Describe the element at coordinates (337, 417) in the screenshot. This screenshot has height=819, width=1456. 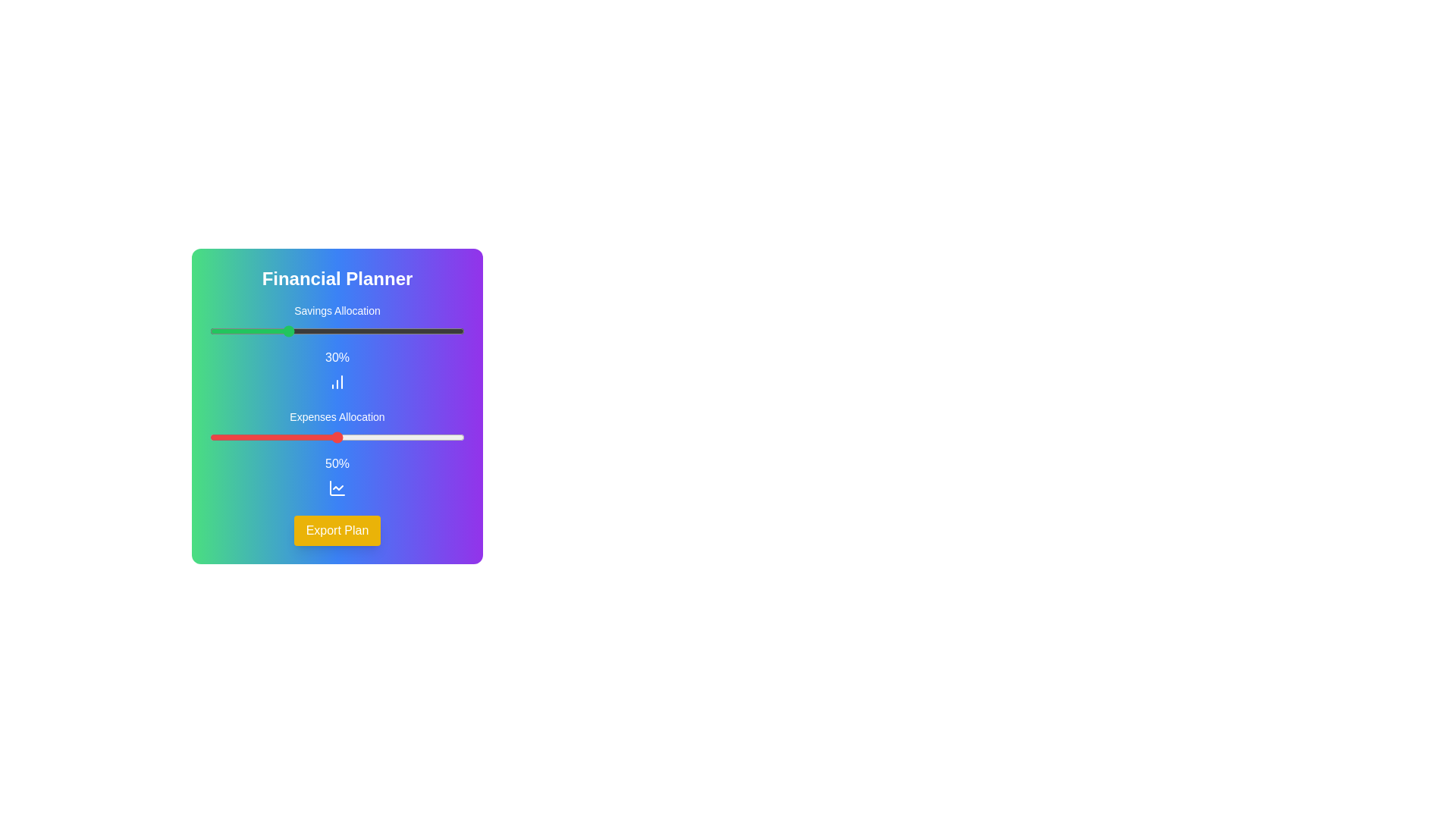
I see `the text label that serves as a title for the slider control, positioned centrally above the horizontal slider labeled '50%'` at that location.